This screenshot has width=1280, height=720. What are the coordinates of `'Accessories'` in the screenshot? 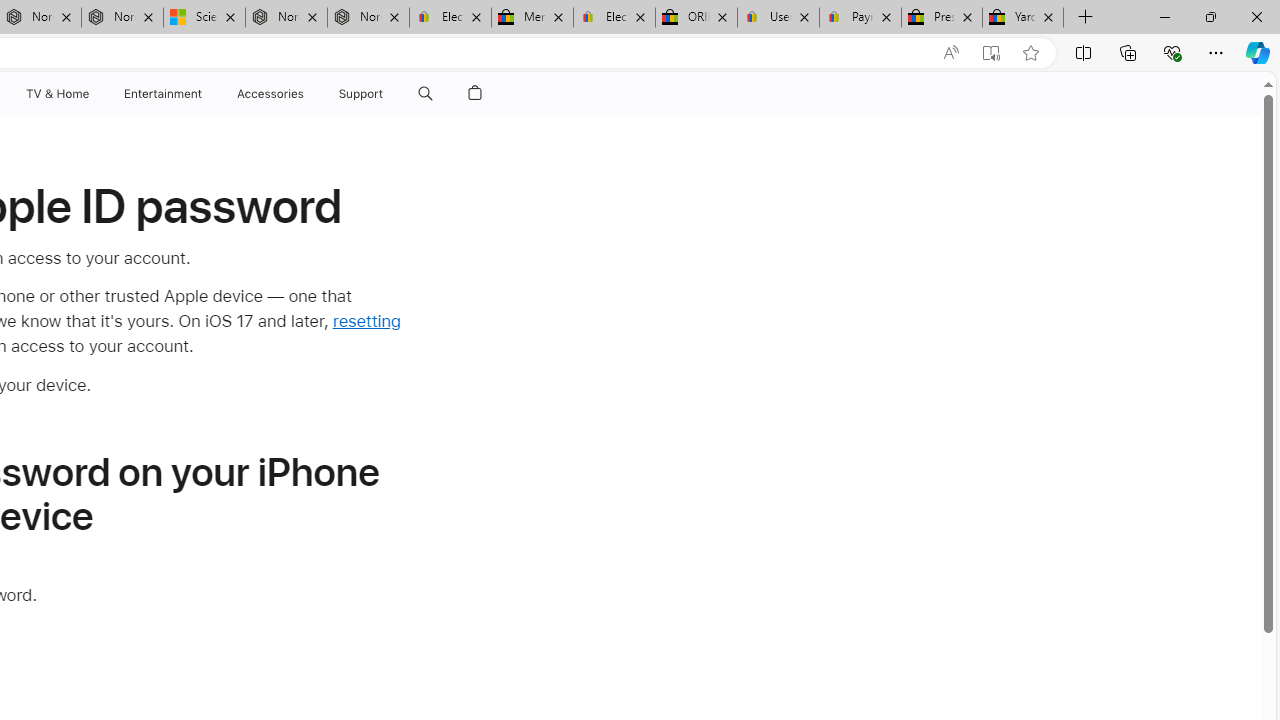 It's located at (269, 93).